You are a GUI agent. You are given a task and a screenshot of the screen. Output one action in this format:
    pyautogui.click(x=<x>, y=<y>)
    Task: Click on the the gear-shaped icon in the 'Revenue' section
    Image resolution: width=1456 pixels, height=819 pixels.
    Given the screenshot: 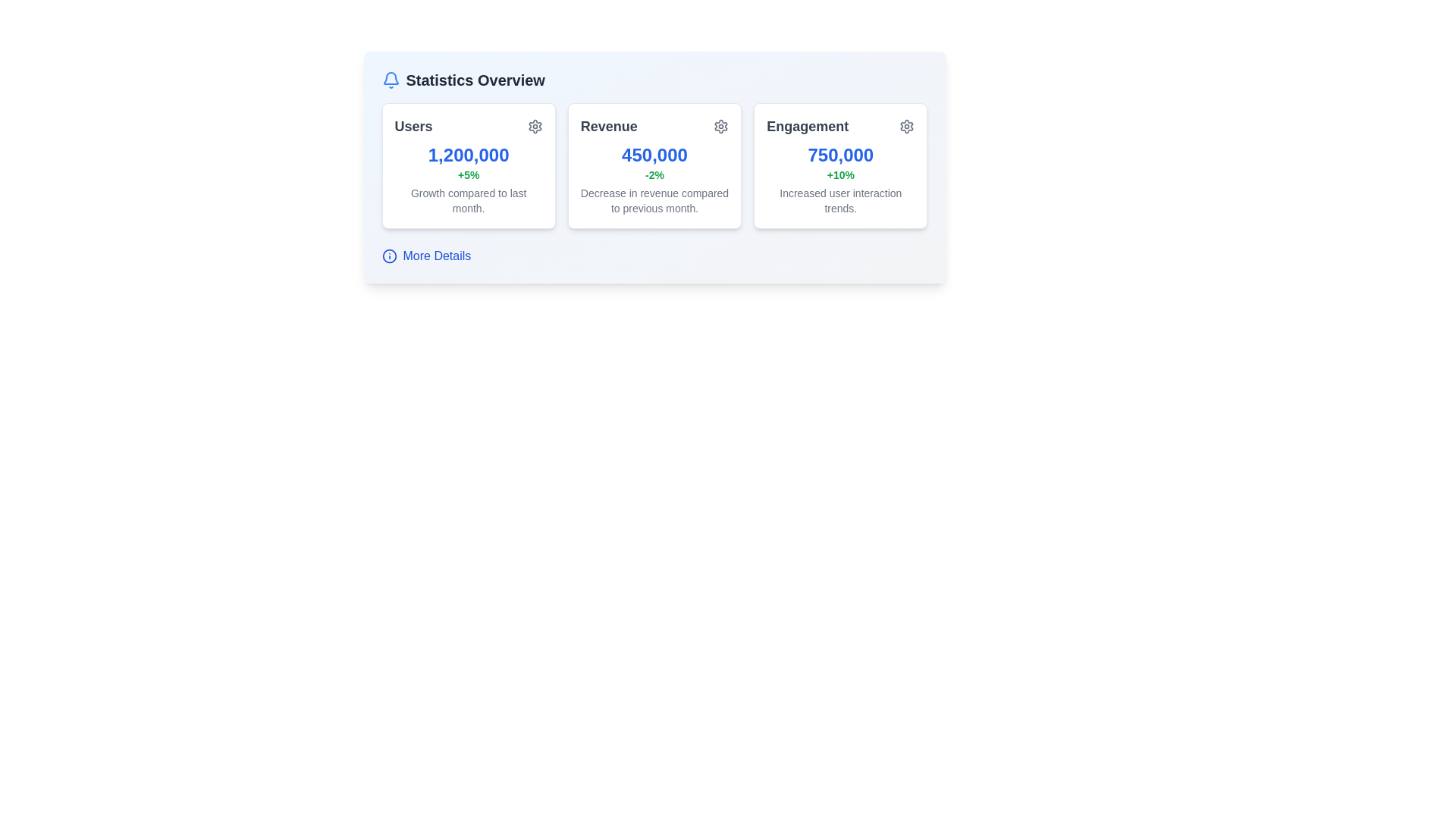 What is the action you would take?
    pyautogui.click(x=720, y=125)
    